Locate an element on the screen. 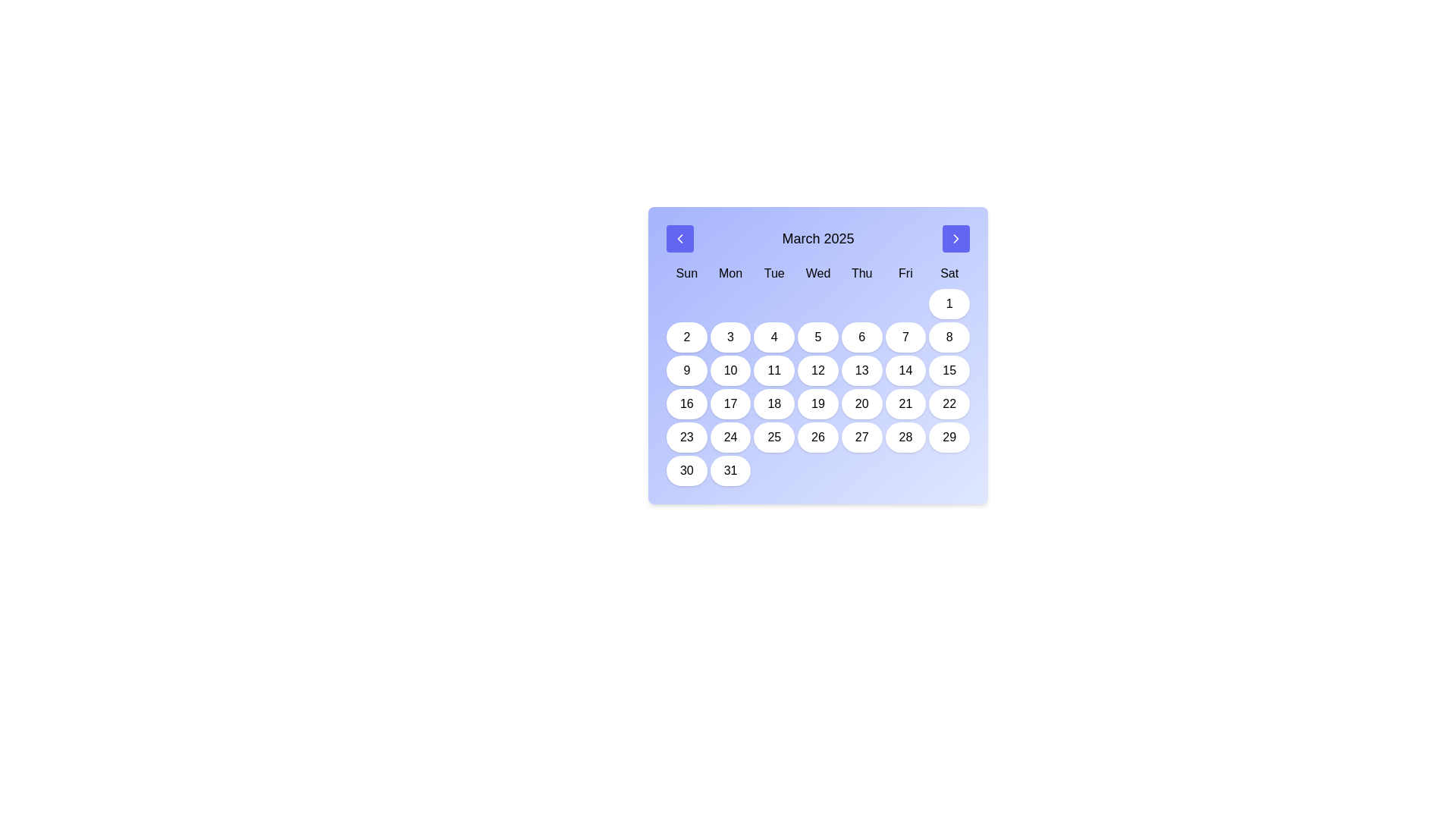 This screenshot has height=819, width=1456. the circular button with the number '11' in bold black text, which changes to an indigo background upon hover is located at coordinates (774, 371).